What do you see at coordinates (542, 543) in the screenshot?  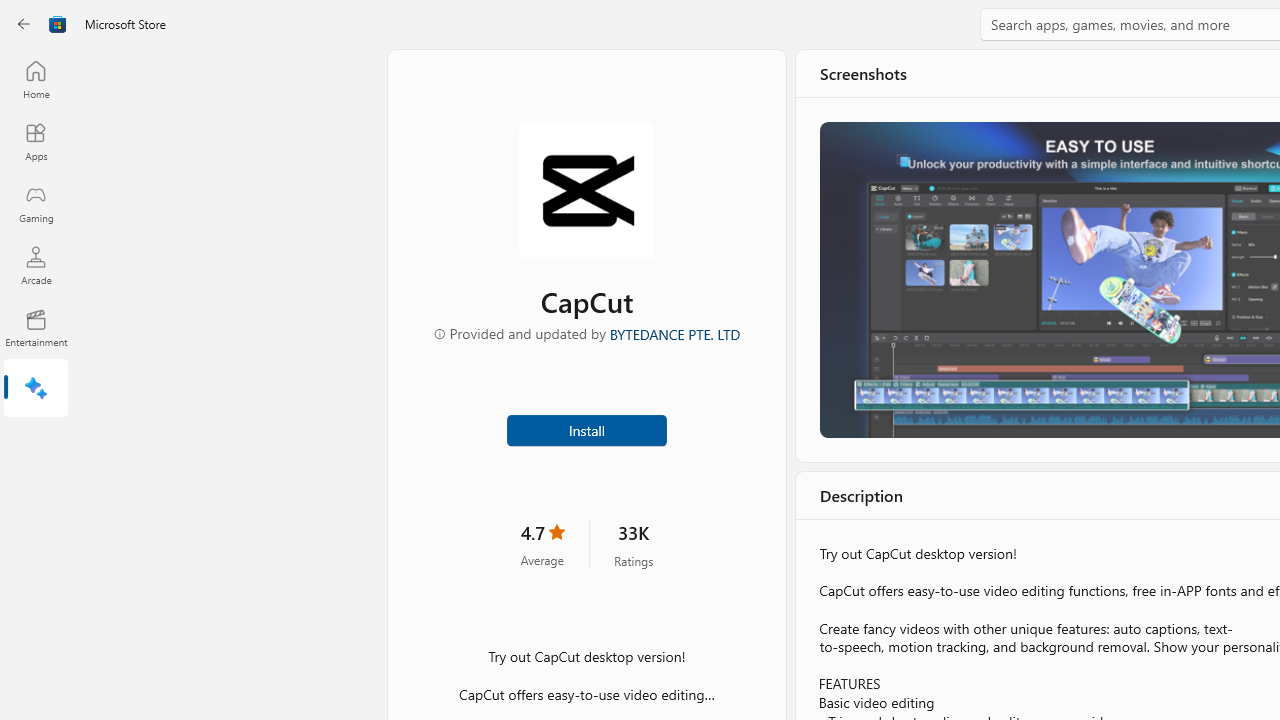 I see `'4.7 stars. Click to skip to ratings and reviews'` at bounding box center [542, 543].